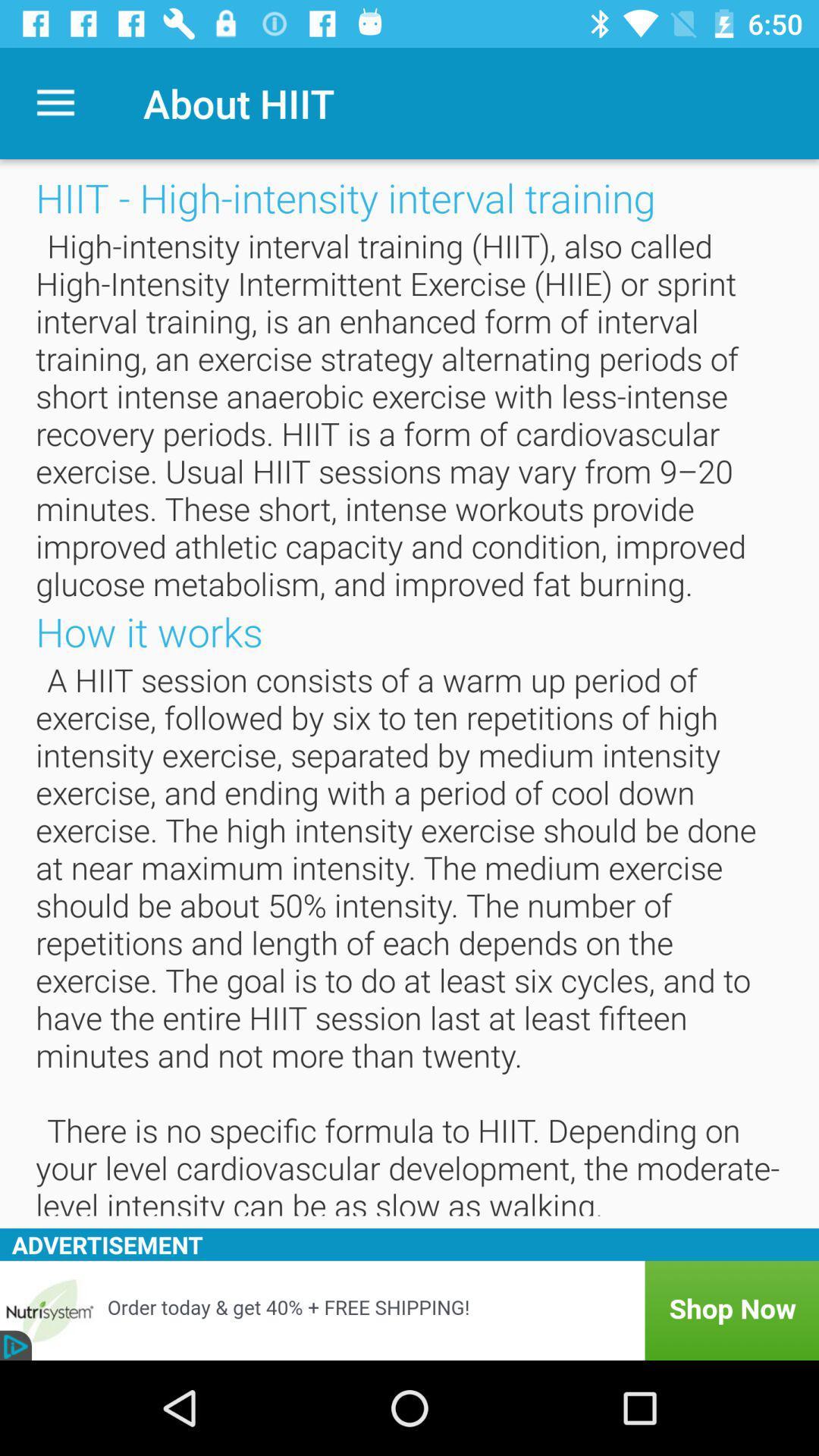 This screenshot has height=1456, width=819. Describe the element at coordinates (55, 102) in the screenshot. I see `the icon above hiit high intensity` at that location.